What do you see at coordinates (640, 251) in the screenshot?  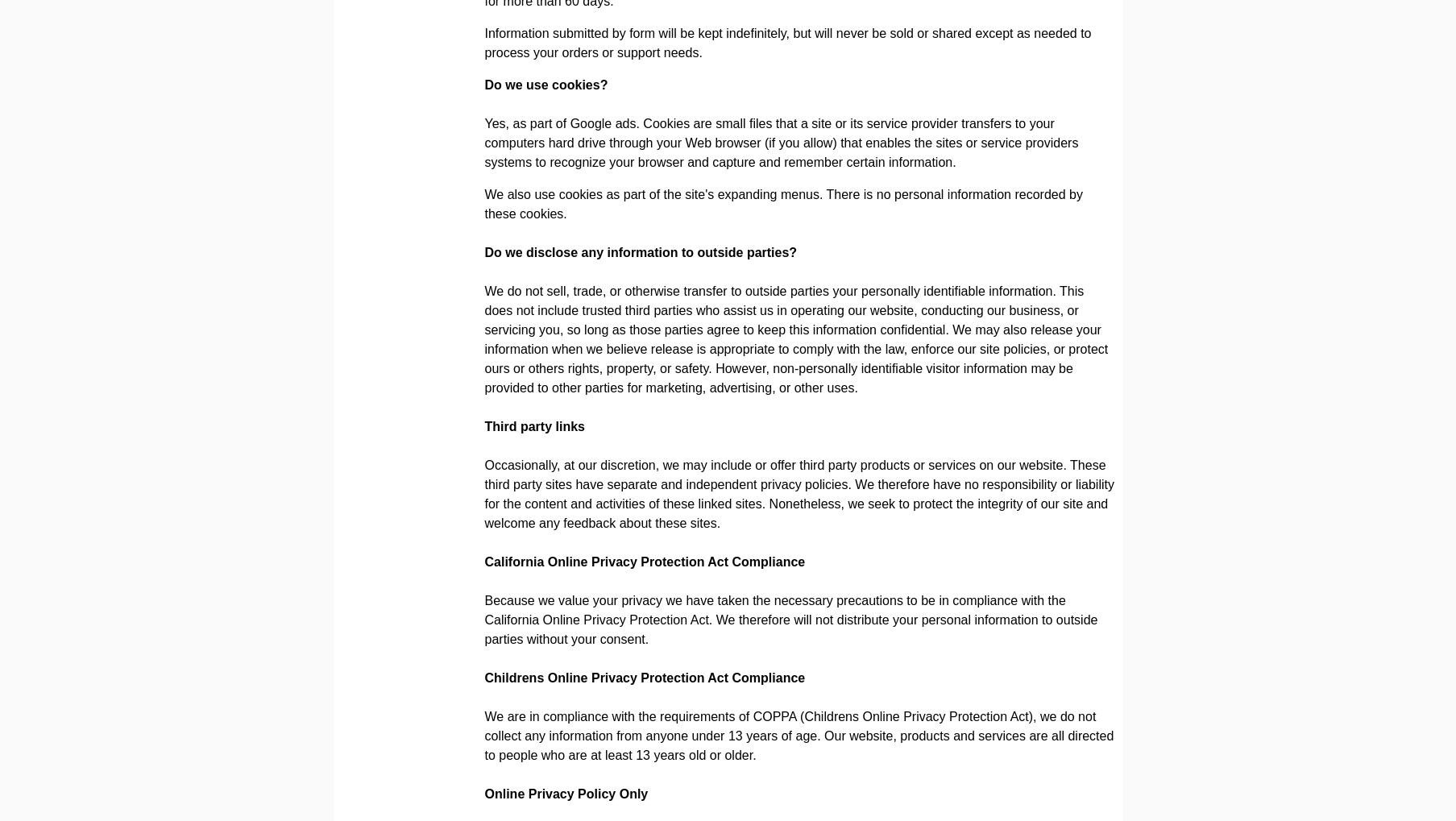 I see `'Do we disclose any information to outside parties?'` at bounding box center [640, 251].